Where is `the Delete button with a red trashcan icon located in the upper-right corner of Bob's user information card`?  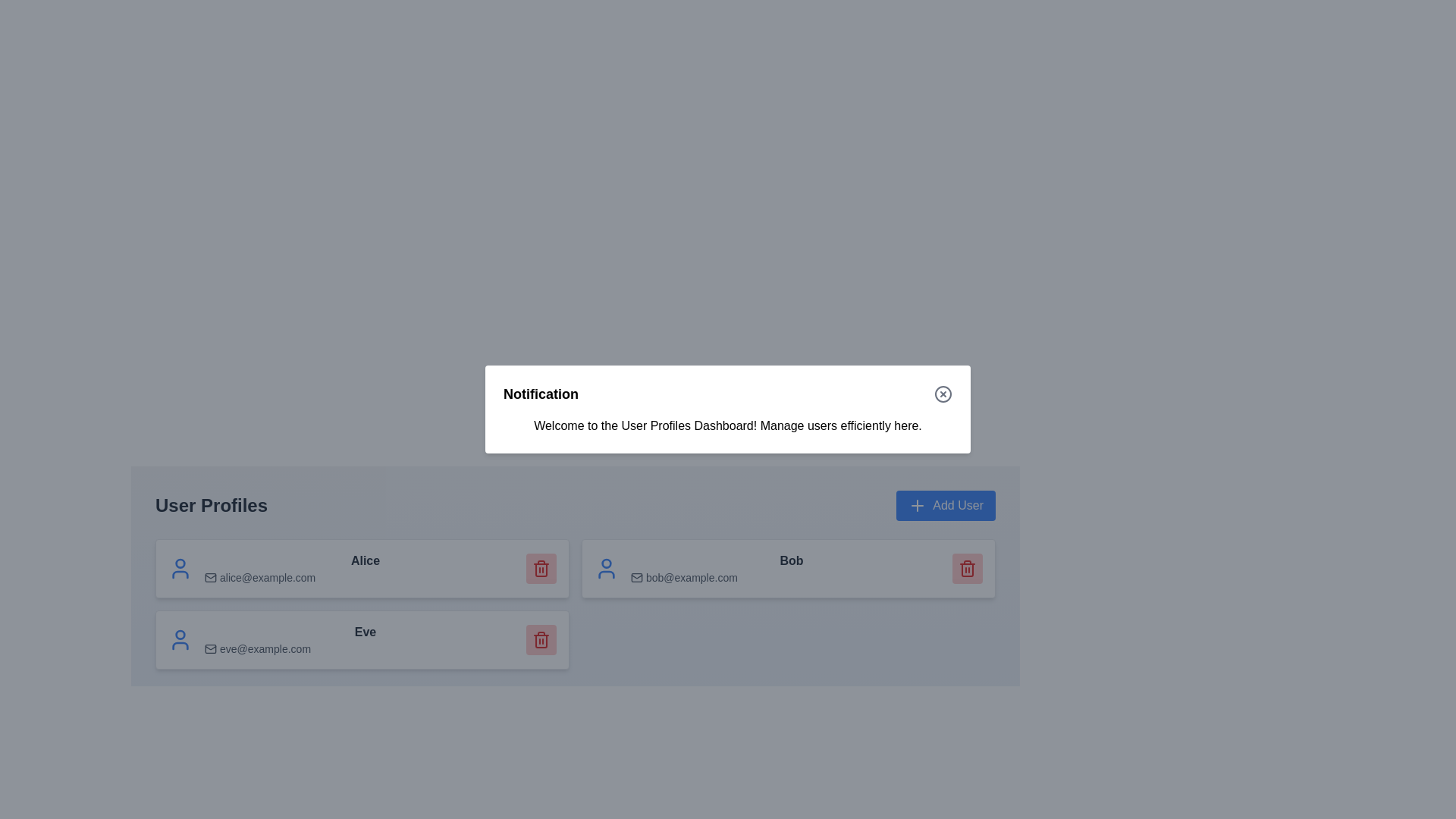
the Delete button with a red trashcan icon located in the upper-right corner of Bob's user information card is located at coordinates (967, 568).